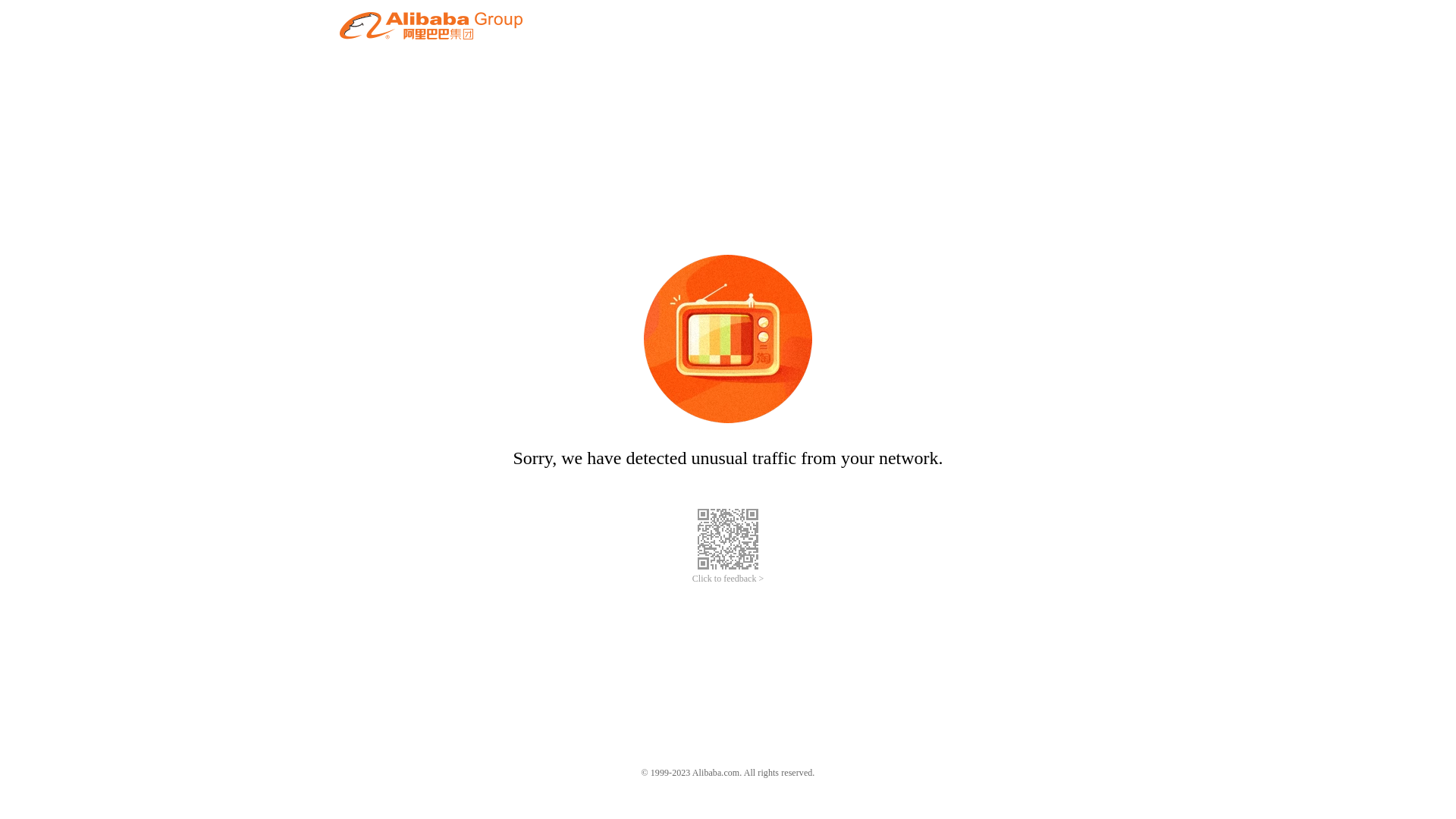  What do you see at coordinates (728, 579) in the screenshot?
I see `'Click to feedback >'` at bounding box center [728, 579].